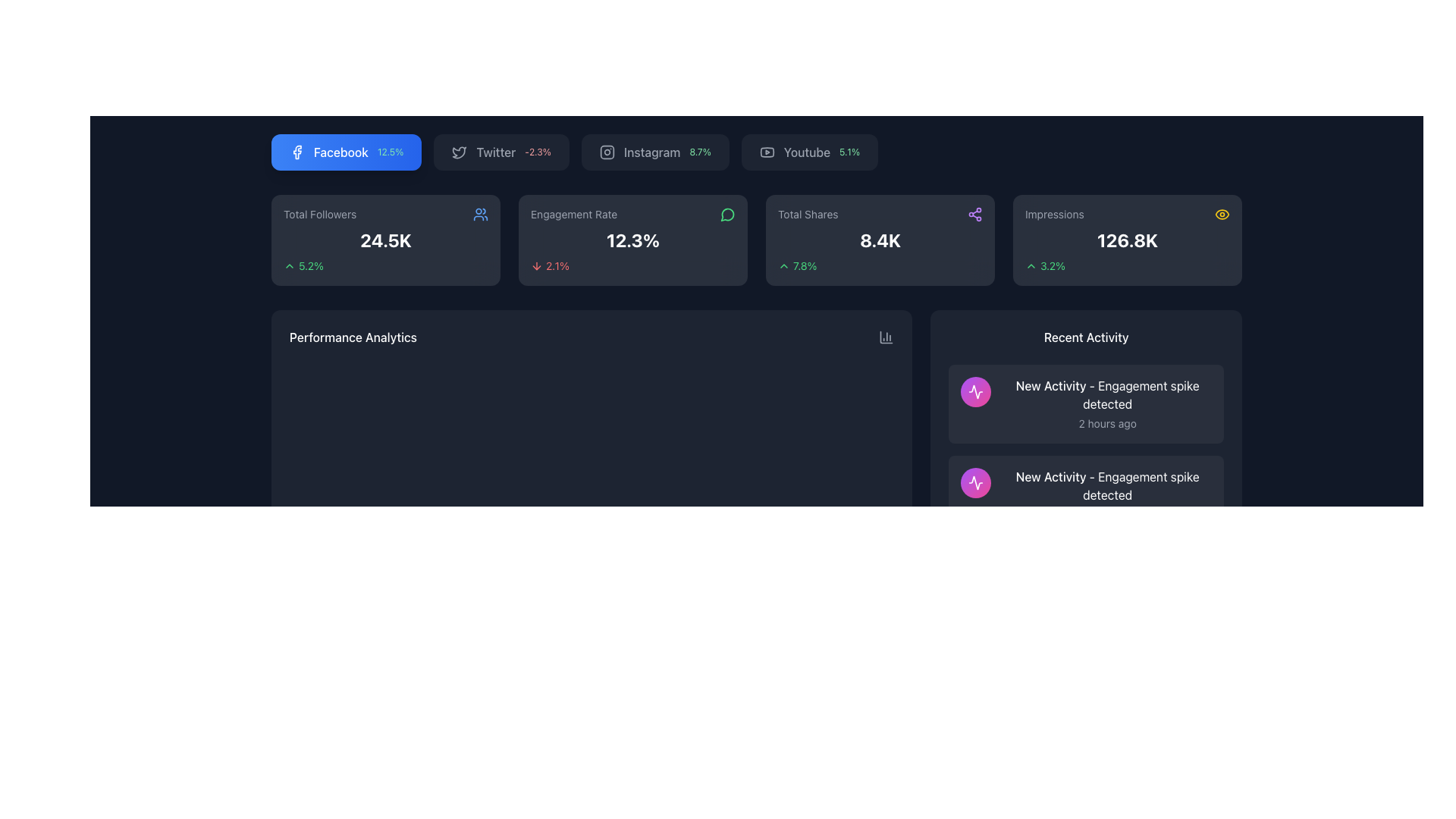 This screenshot has height=819, width=1456. What do you see at coordinates (310, 265) in the screenshot?
I see `the text label that communicates a positive percentage change, located to the right of a small green upward-facing arrow icon in the lower left corner of the 'Total Followers' card` at bounding box center [310, 265].